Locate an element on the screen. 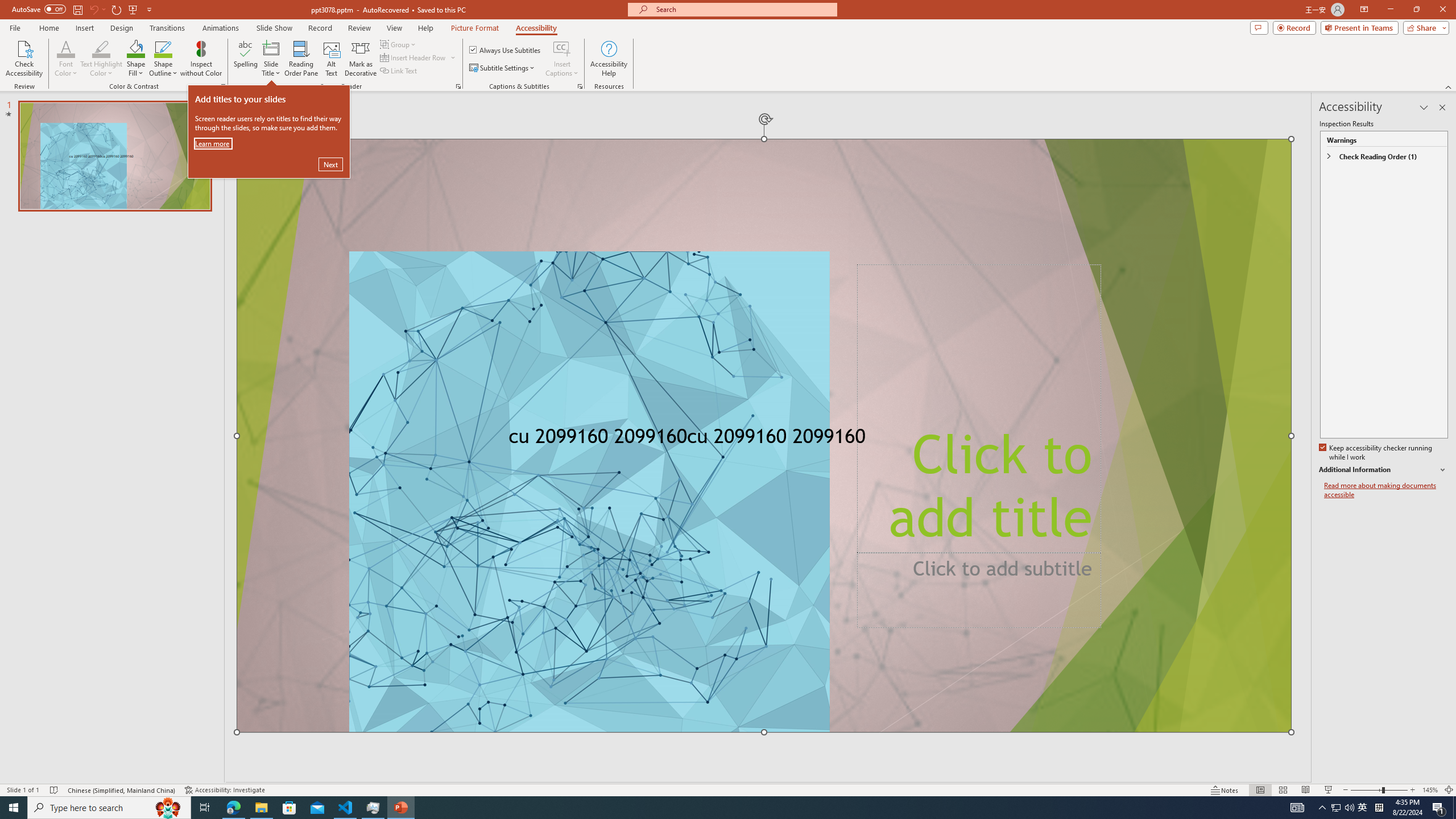  'Slide Title' is located at coordinates (271, 59).